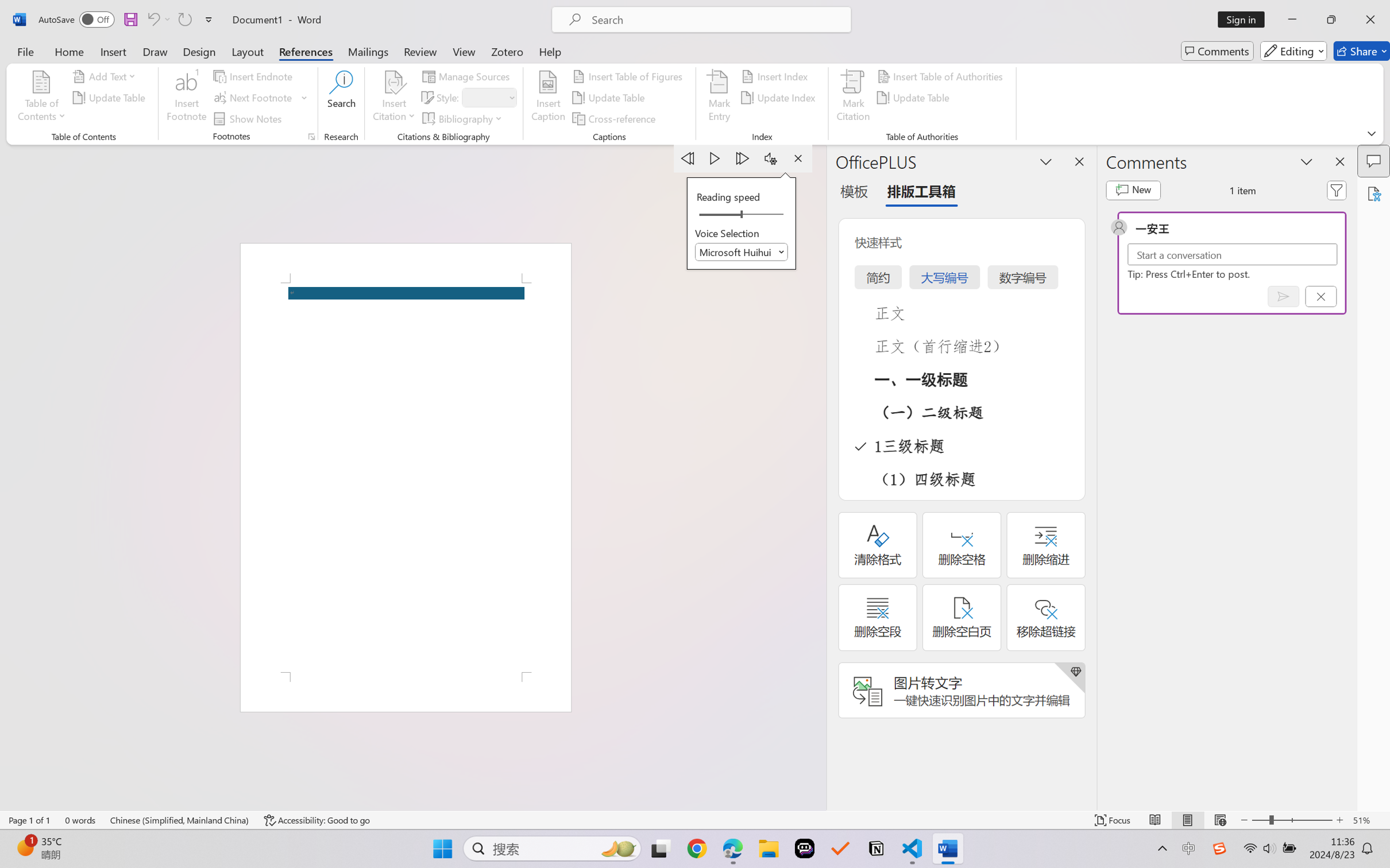 The image size is (1390, 868). I want to click on 'Undo Apply Quick Style Set', so click(157, 19).